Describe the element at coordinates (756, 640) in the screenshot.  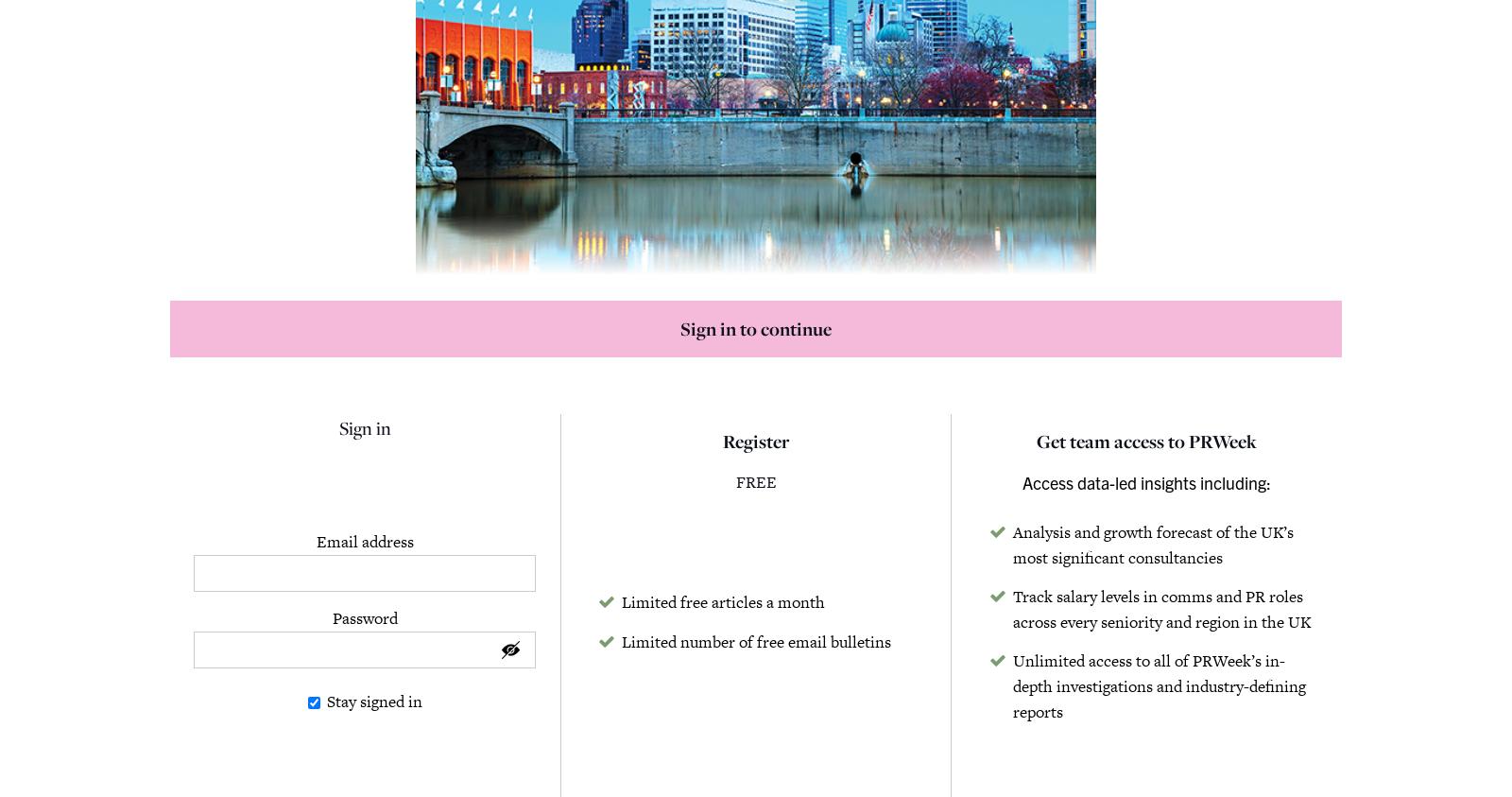
I see `'Limited number of free email bulletins'` at that location.